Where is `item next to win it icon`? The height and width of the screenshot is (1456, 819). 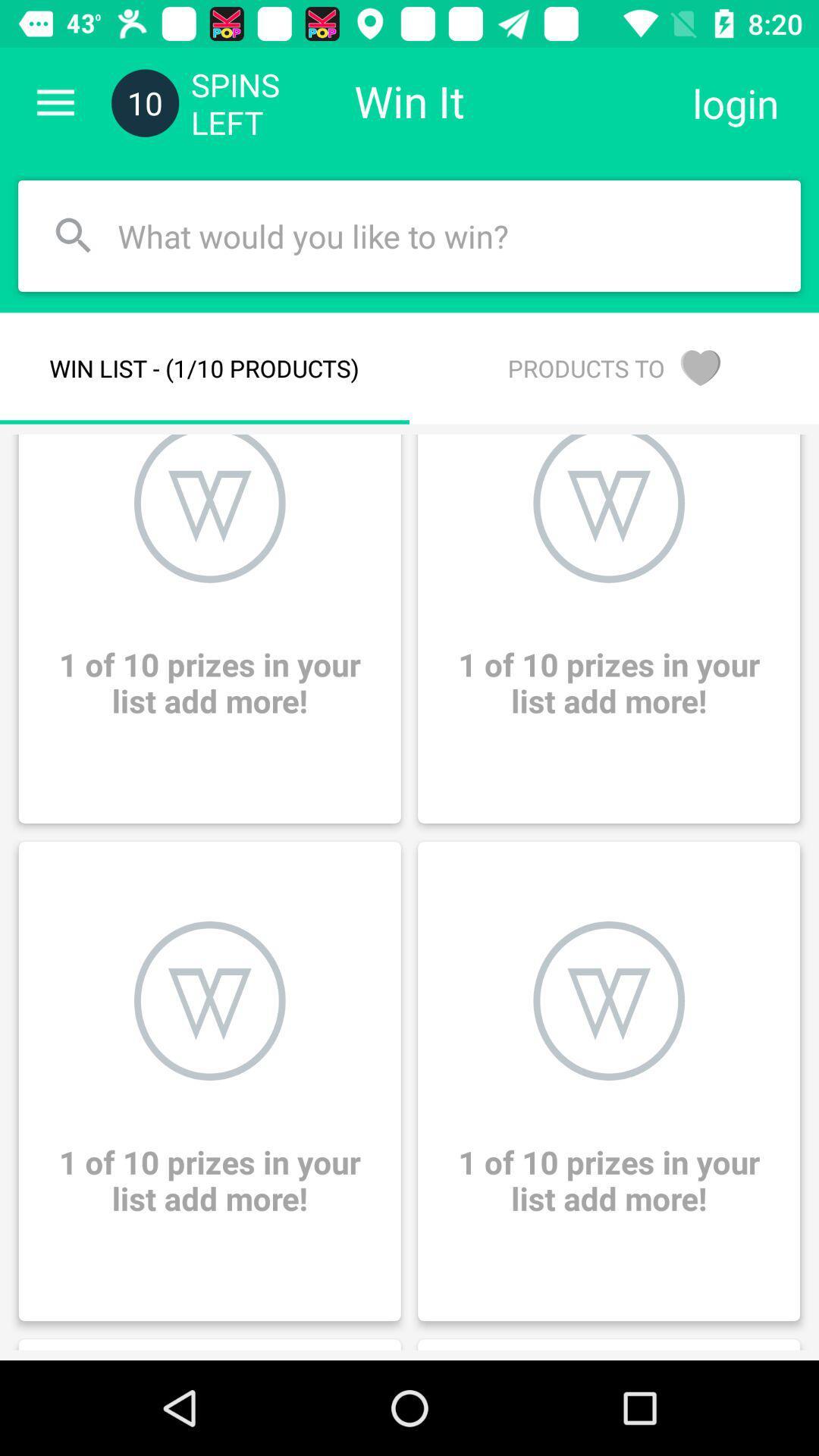
item next to win it icon is located at coordinates (735, 102).